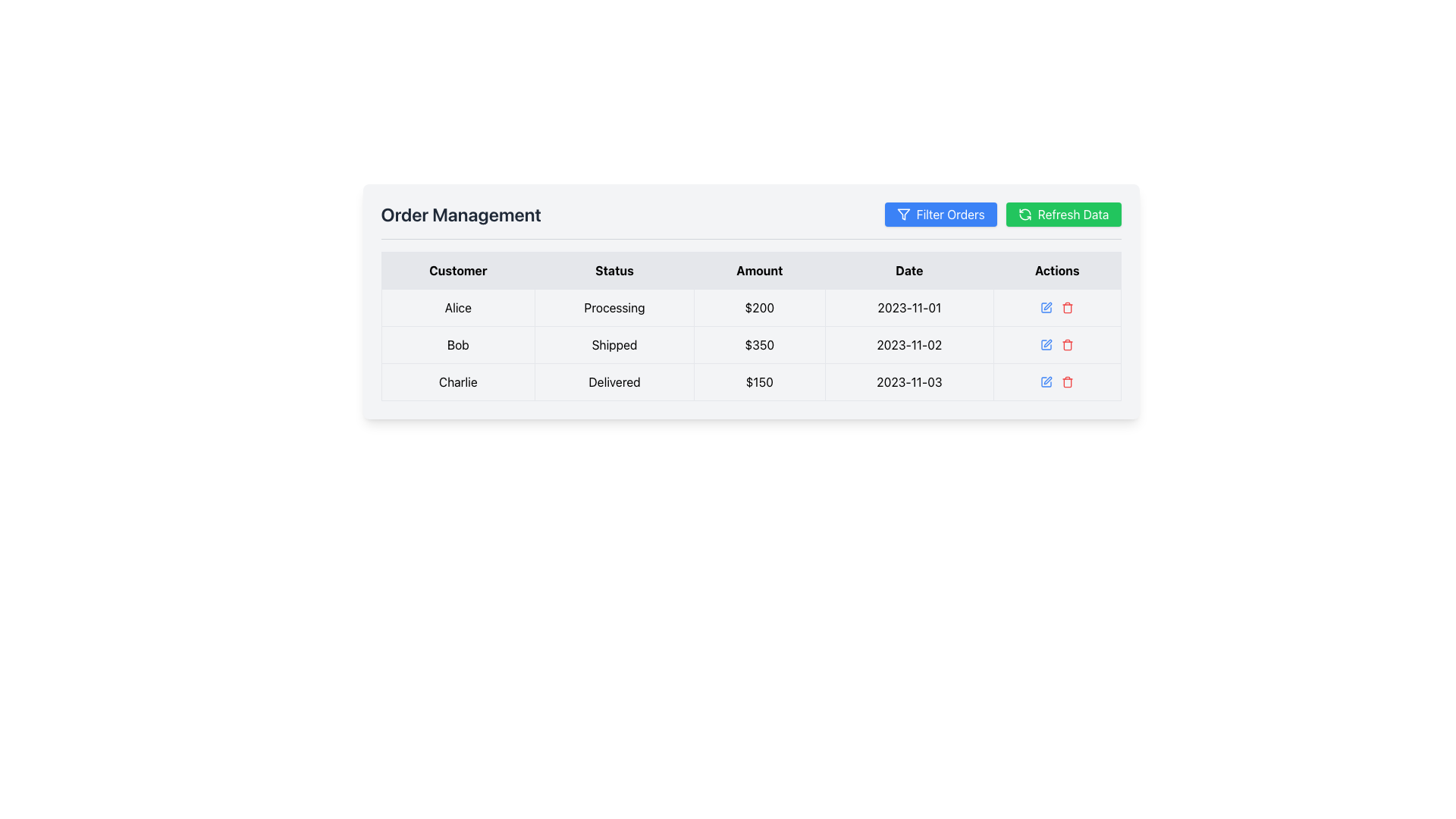 This screenshot has width=1456, height=819. What do you see at coordinates (751, 270) in the screenshot?
I see `labels of the table header row which includes 'Customer', 'Status', 'Amount', 'Date', and 'Actions' located at the top of the data table under 'Order Management'` at bounding box center [751, 270].